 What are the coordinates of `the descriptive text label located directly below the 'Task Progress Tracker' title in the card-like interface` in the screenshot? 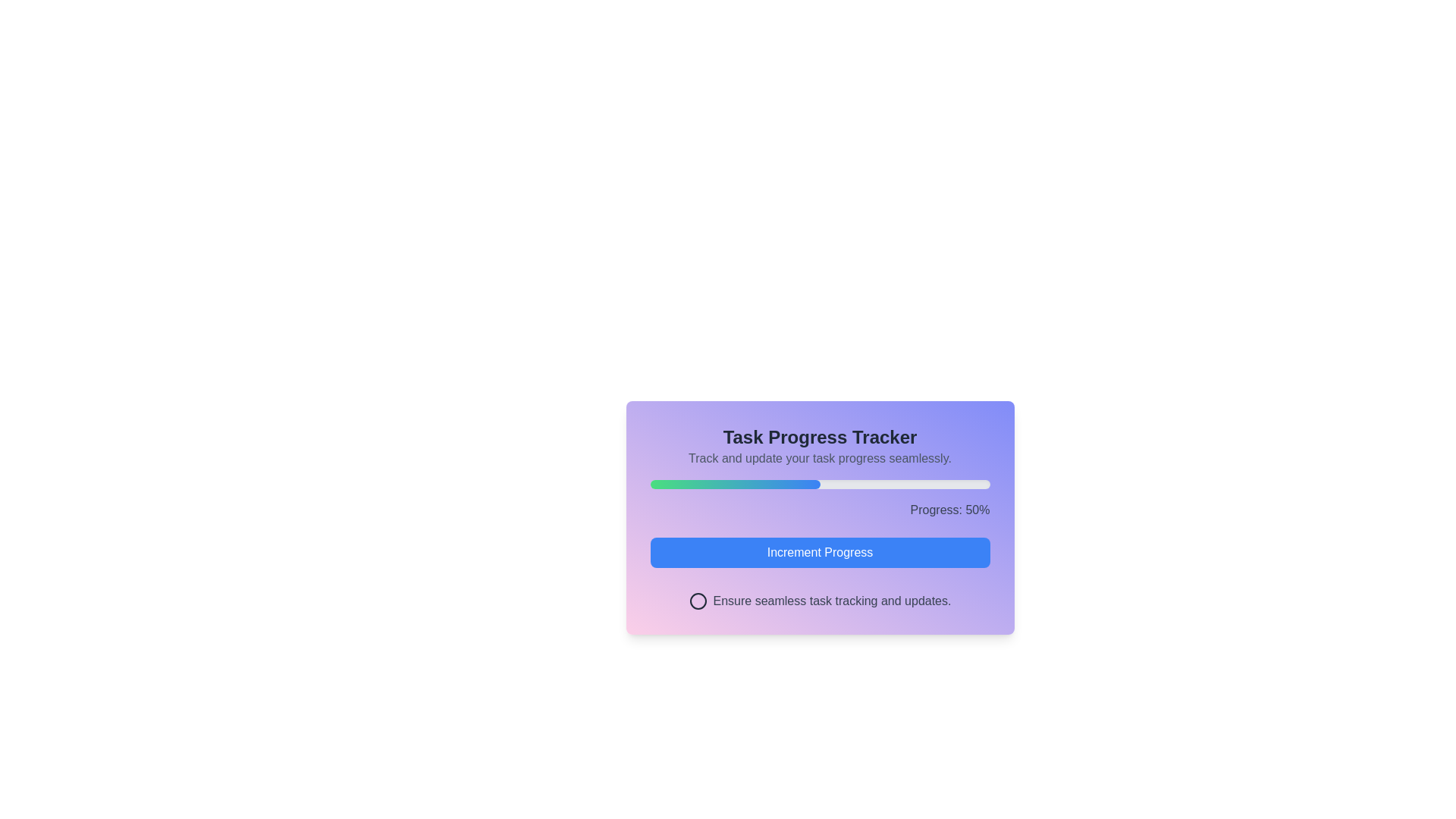 It's located at (819, 458).